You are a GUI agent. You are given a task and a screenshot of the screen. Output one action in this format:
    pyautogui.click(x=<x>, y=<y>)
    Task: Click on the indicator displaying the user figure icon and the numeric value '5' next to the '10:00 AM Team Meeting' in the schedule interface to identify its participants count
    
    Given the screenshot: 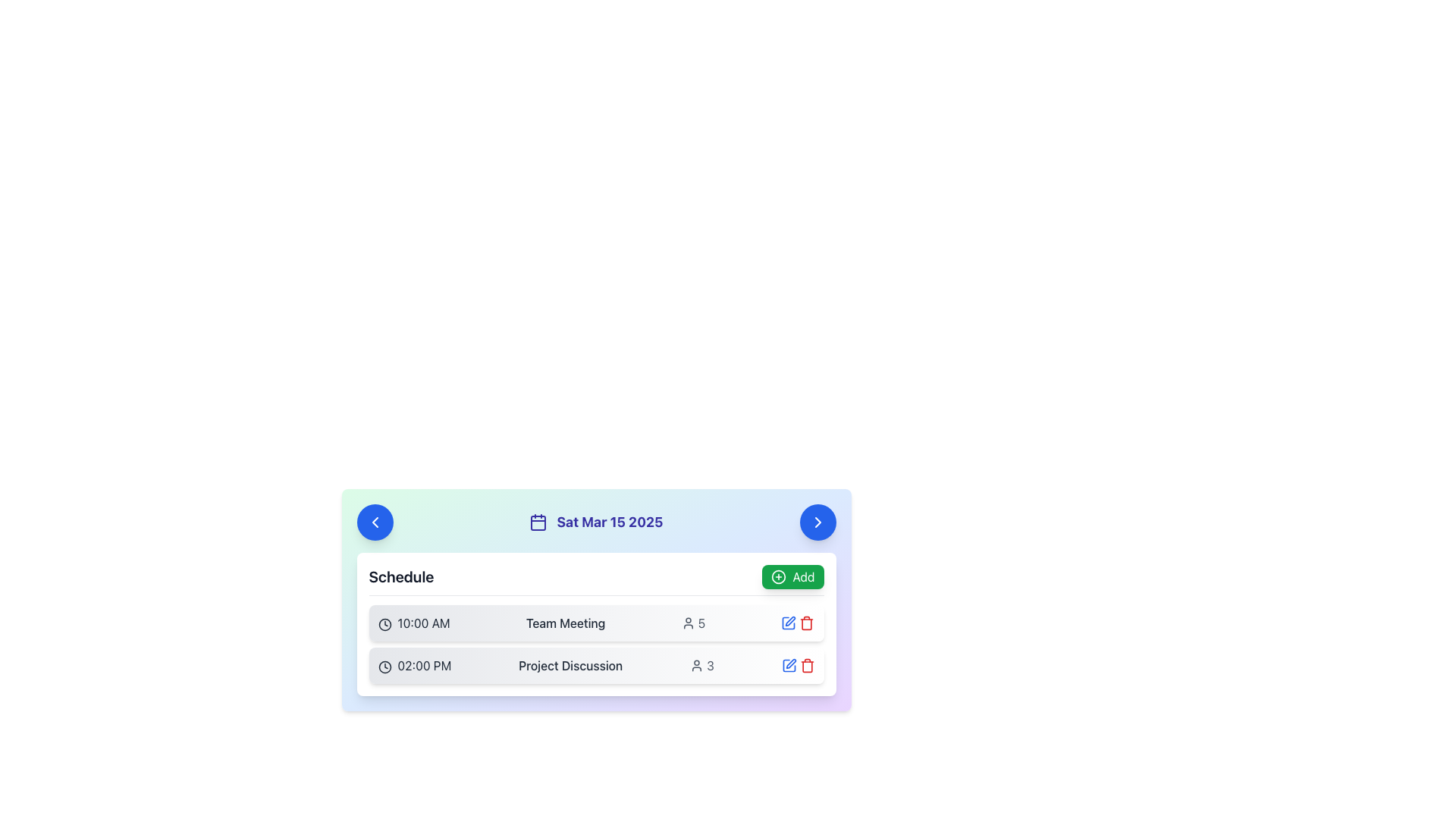 What is the action you would take?
    pyautogui.click(x=692, y=623)
    